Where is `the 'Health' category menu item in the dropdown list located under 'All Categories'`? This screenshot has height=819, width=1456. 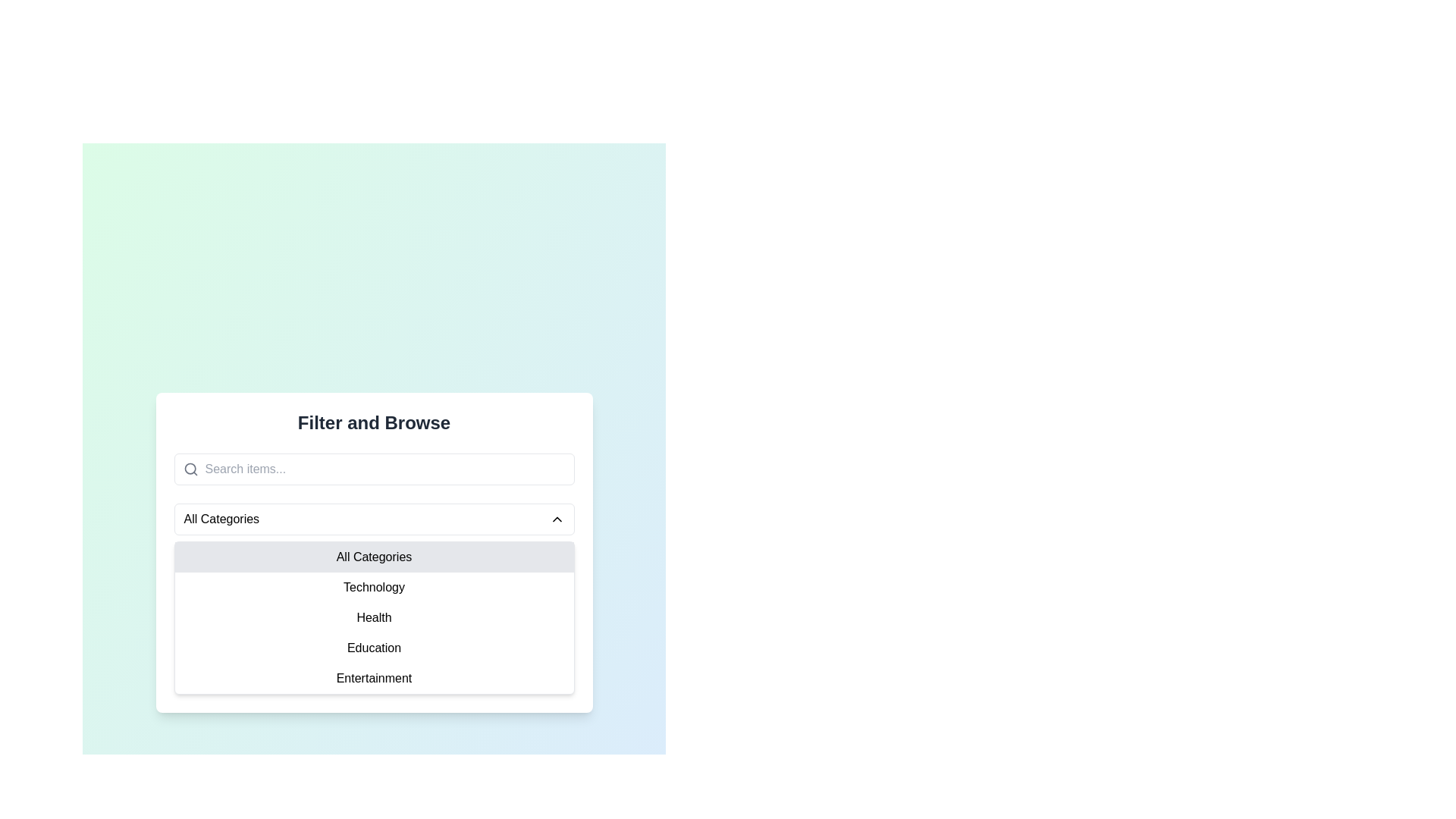 the 'Health' category menu item in the dropdown list located under 'All Categories' is located at coordinates (374, 617).